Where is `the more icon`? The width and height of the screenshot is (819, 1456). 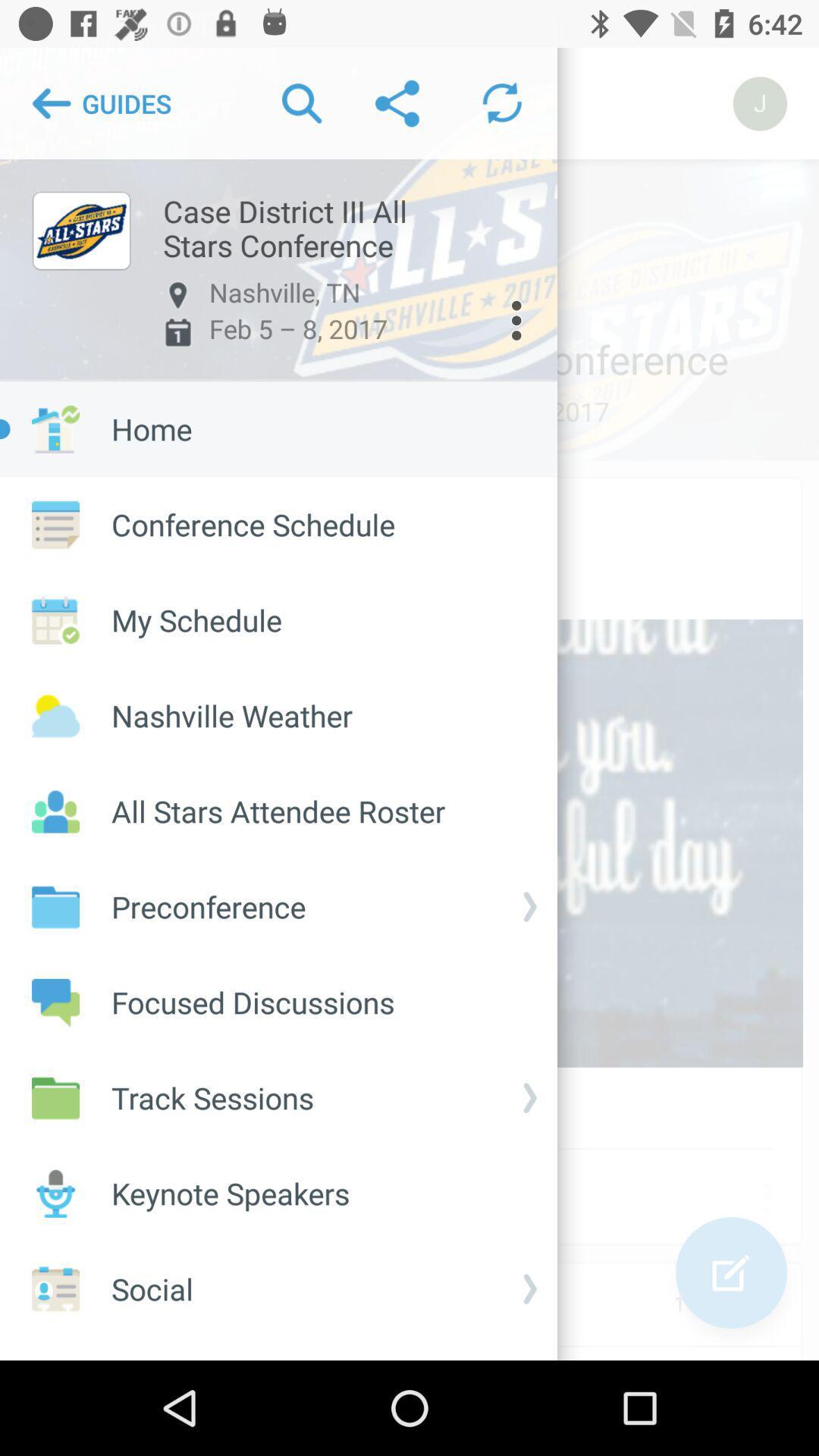 the more icon is located at coordinates (516, 320).